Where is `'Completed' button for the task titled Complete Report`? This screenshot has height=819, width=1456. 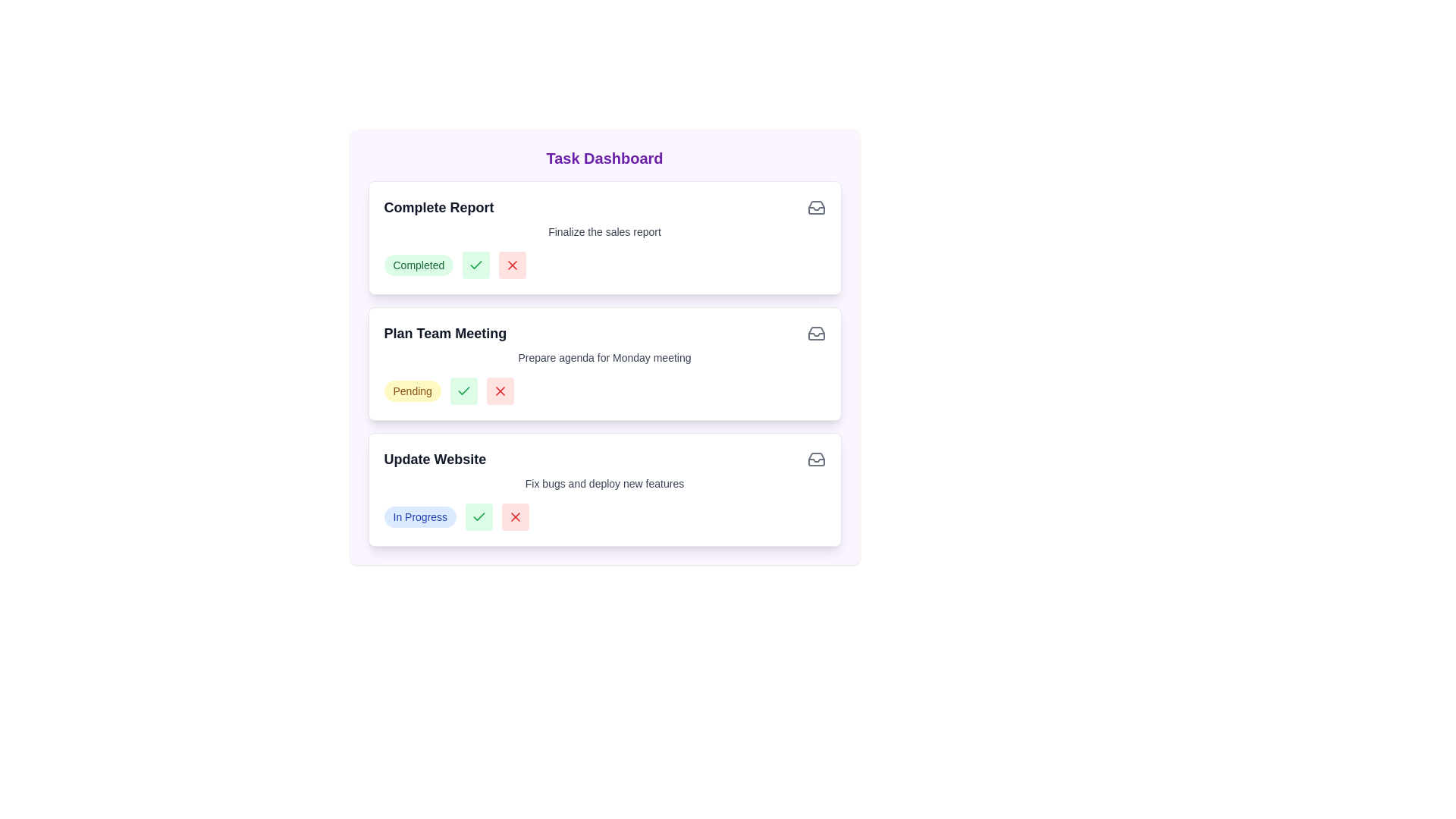 'Completed' button for the task titled Complete Report is located at coordinates (475, 265).